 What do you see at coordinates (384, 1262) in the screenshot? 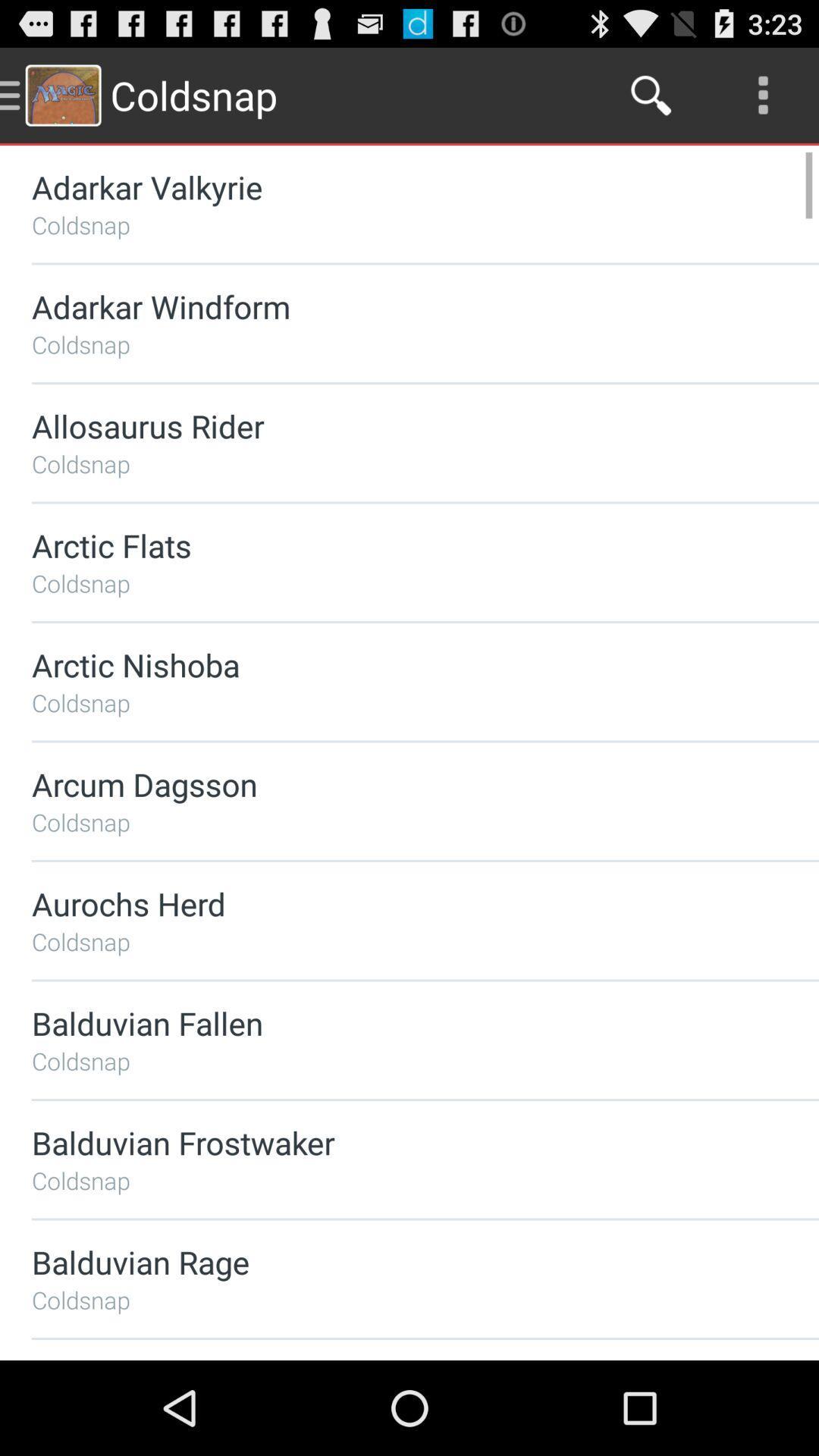
I see `icon above coldsnap item` at bounding box center [384, 1262].